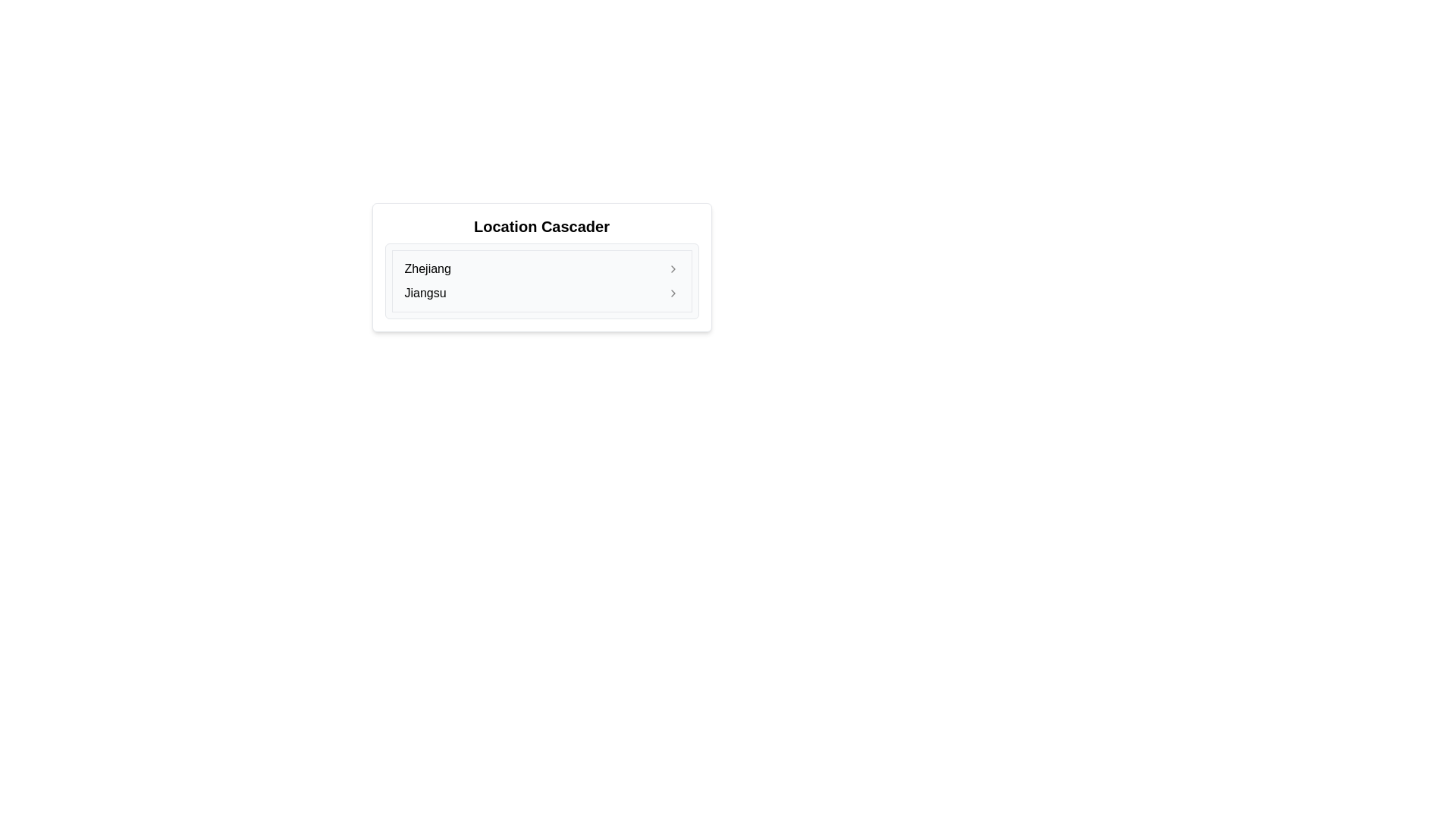 The image size is (1456, 819). Describe the element at coordinates (672, 268) in the screenshot. I see `the rightward-pointing chevron SVG icon located to the far right of the 'Zhejiang' label` at that location.